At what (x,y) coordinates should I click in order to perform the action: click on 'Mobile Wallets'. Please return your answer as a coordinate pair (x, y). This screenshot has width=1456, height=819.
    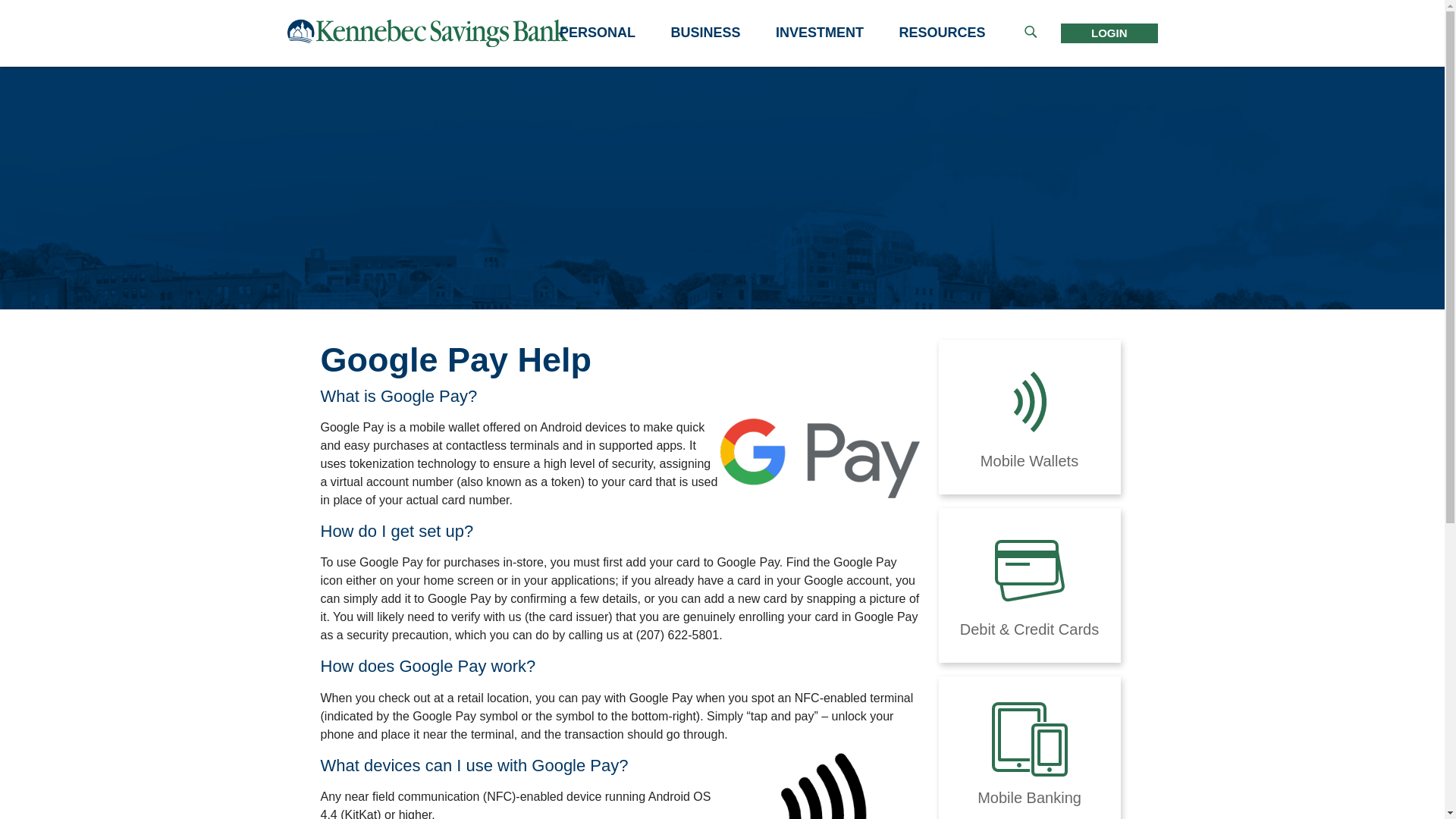
    Looking at the image, I should click on (1030, 417).